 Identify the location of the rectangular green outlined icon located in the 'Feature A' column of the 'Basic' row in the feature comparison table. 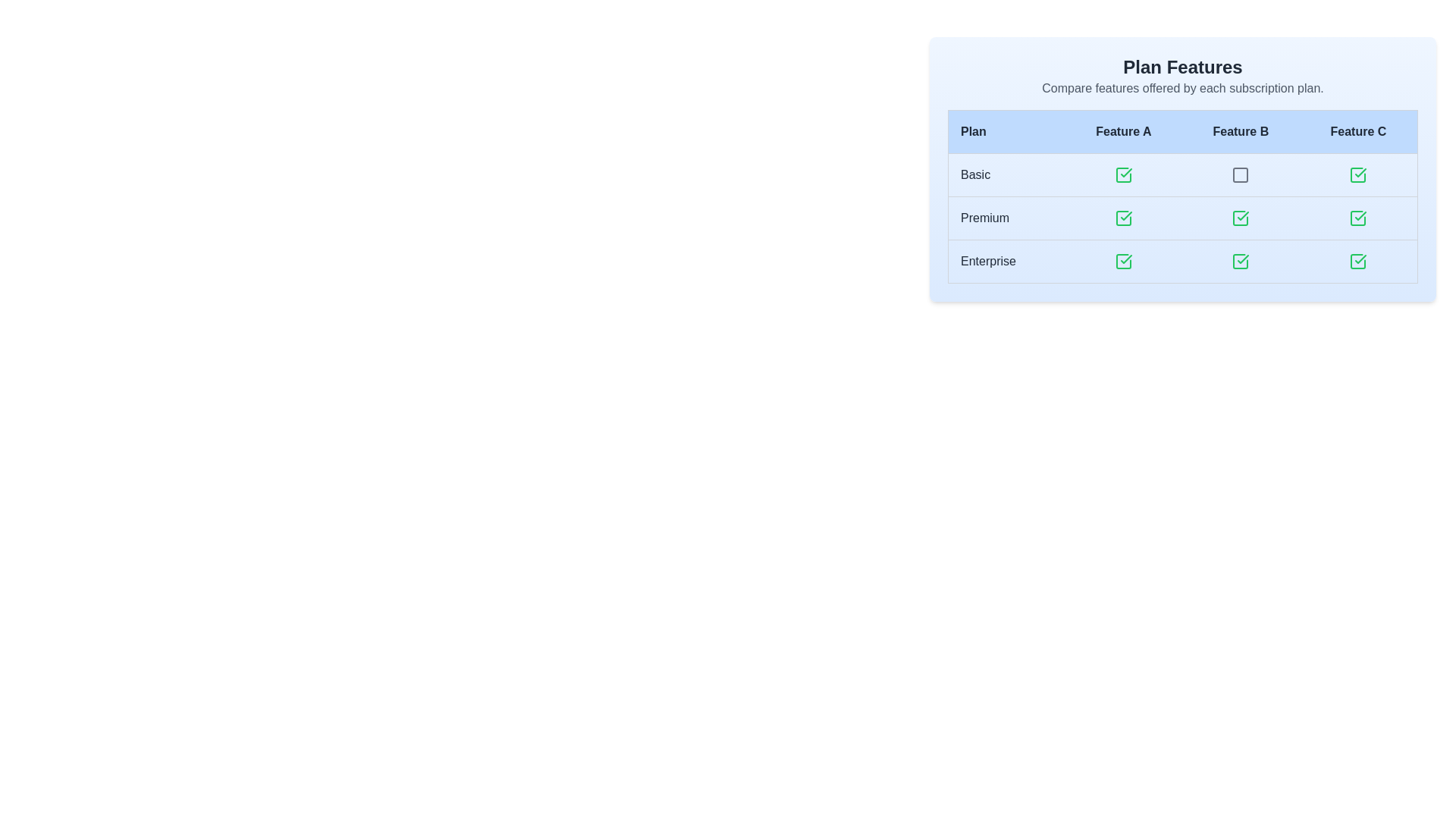
(1123, 174).